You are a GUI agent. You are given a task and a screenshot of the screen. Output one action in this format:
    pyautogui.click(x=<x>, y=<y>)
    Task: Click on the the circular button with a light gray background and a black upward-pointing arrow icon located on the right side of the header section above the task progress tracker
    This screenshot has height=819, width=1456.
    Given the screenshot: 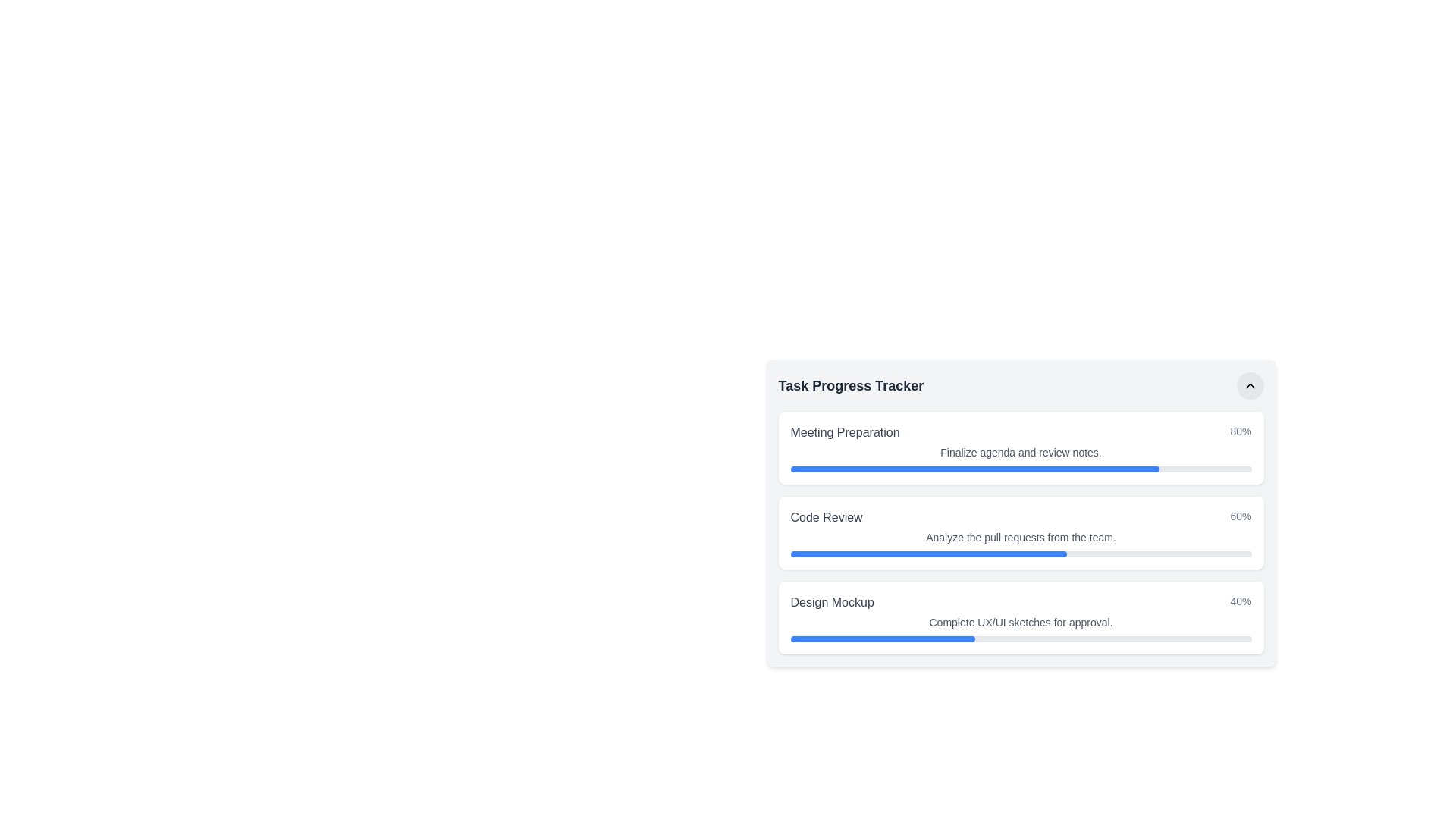 What is the action you would take?
    pyautogui.click(x=1250, y=385)
    